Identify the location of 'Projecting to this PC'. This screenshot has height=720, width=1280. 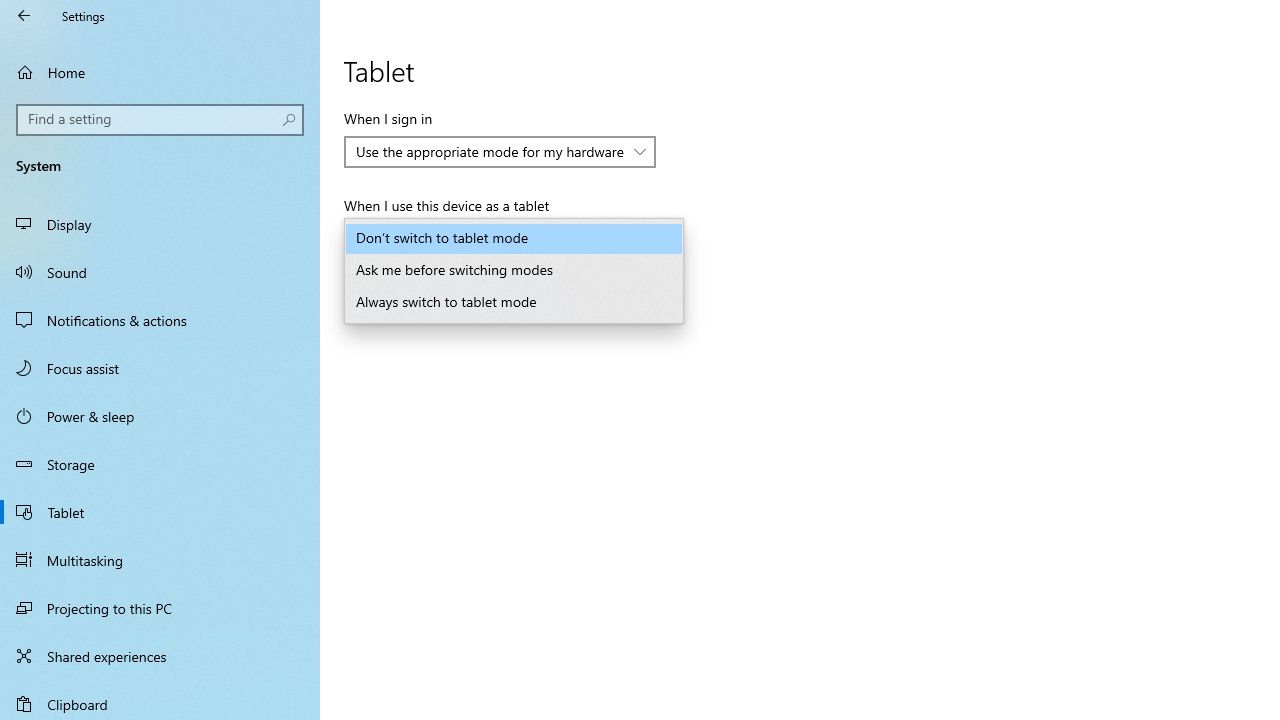
(160, 607).